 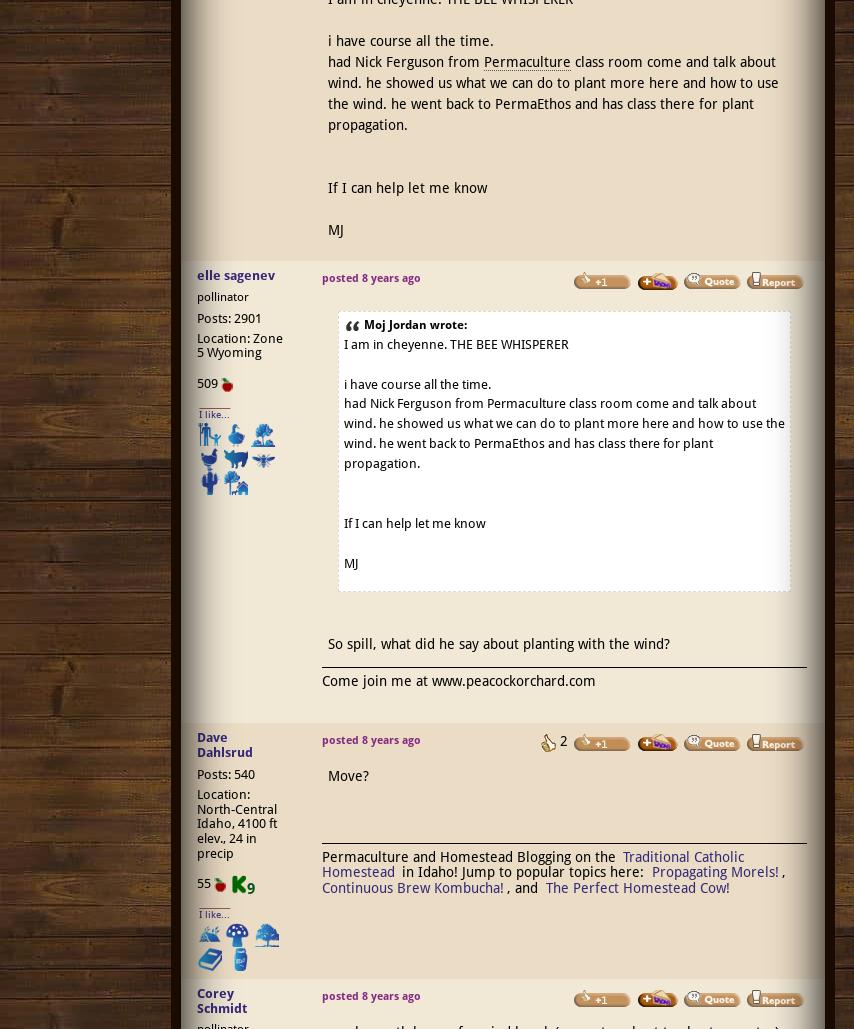 I want to click on 'Permaculture and Homestead Blogging on the', so click(x=470, y=855).